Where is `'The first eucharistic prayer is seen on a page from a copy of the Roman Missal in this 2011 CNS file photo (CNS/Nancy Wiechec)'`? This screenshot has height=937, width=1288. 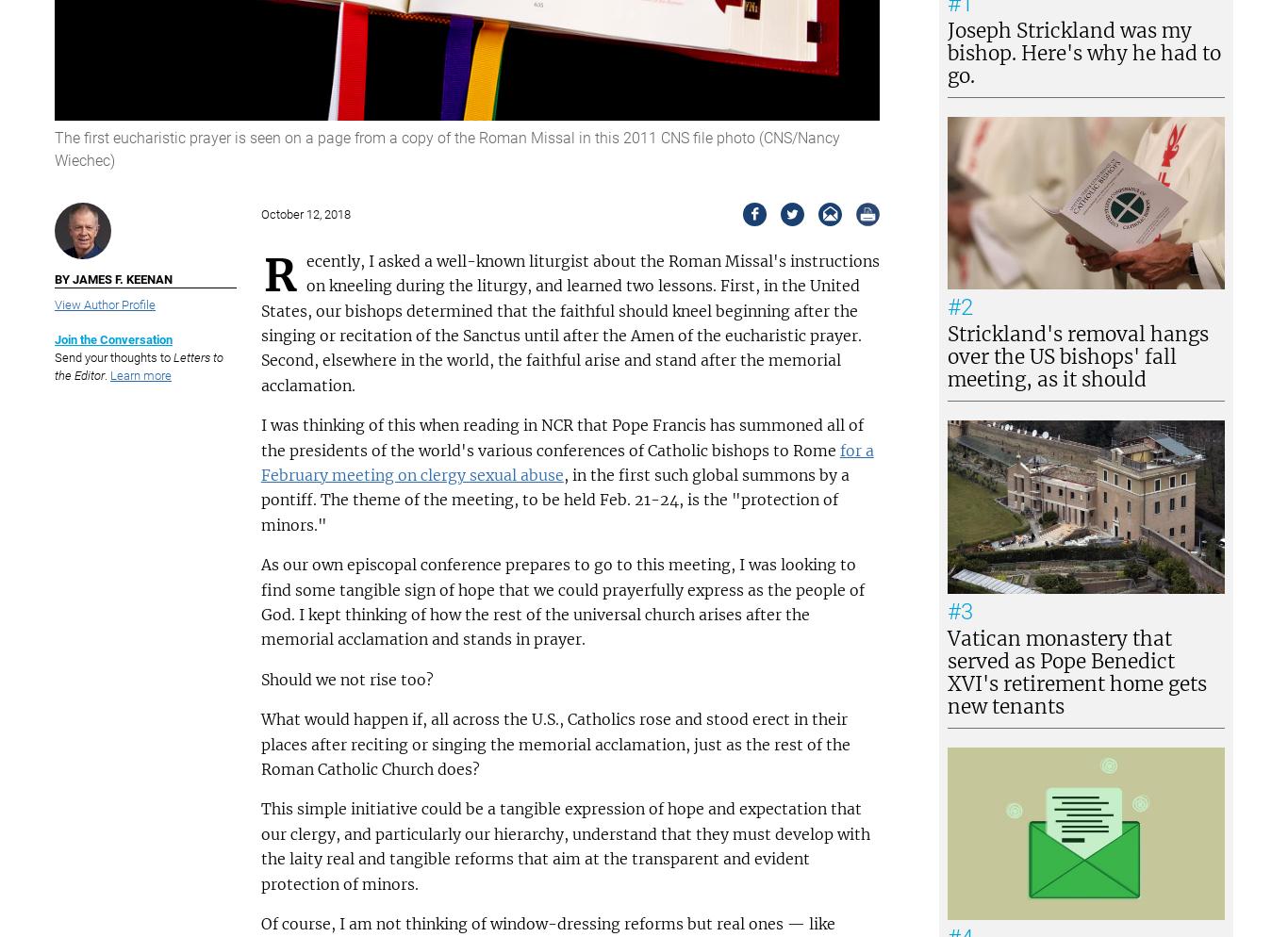 'The first eucharistic prayer is seen on a page from a copy of the Roman Missal in this 2011 CNS file photo (CNS/Nancy Wiechec)' is located at coordinates (447, 148).